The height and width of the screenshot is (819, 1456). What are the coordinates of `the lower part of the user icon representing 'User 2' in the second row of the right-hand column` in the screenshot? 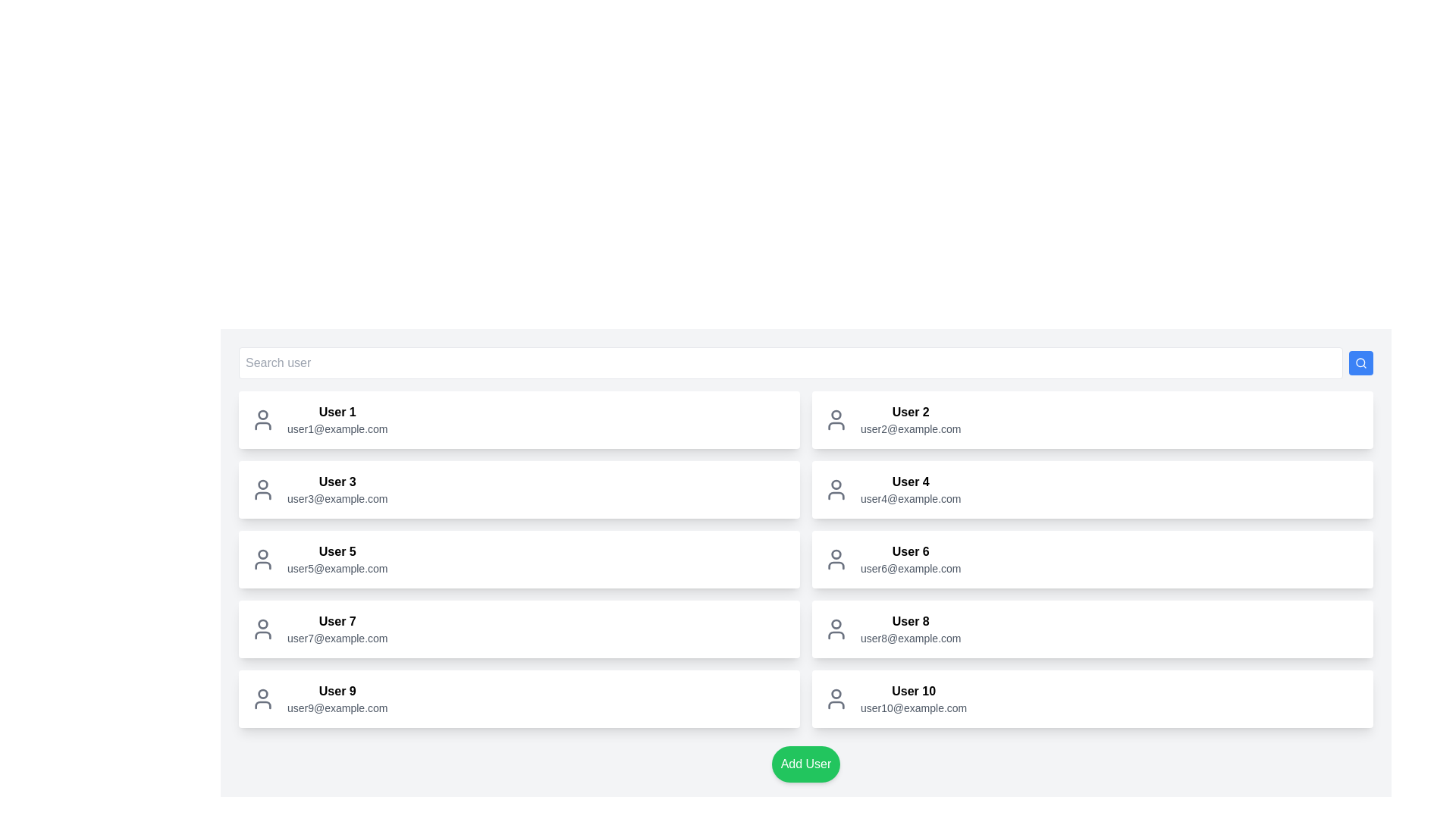 It's located at (836, 426).